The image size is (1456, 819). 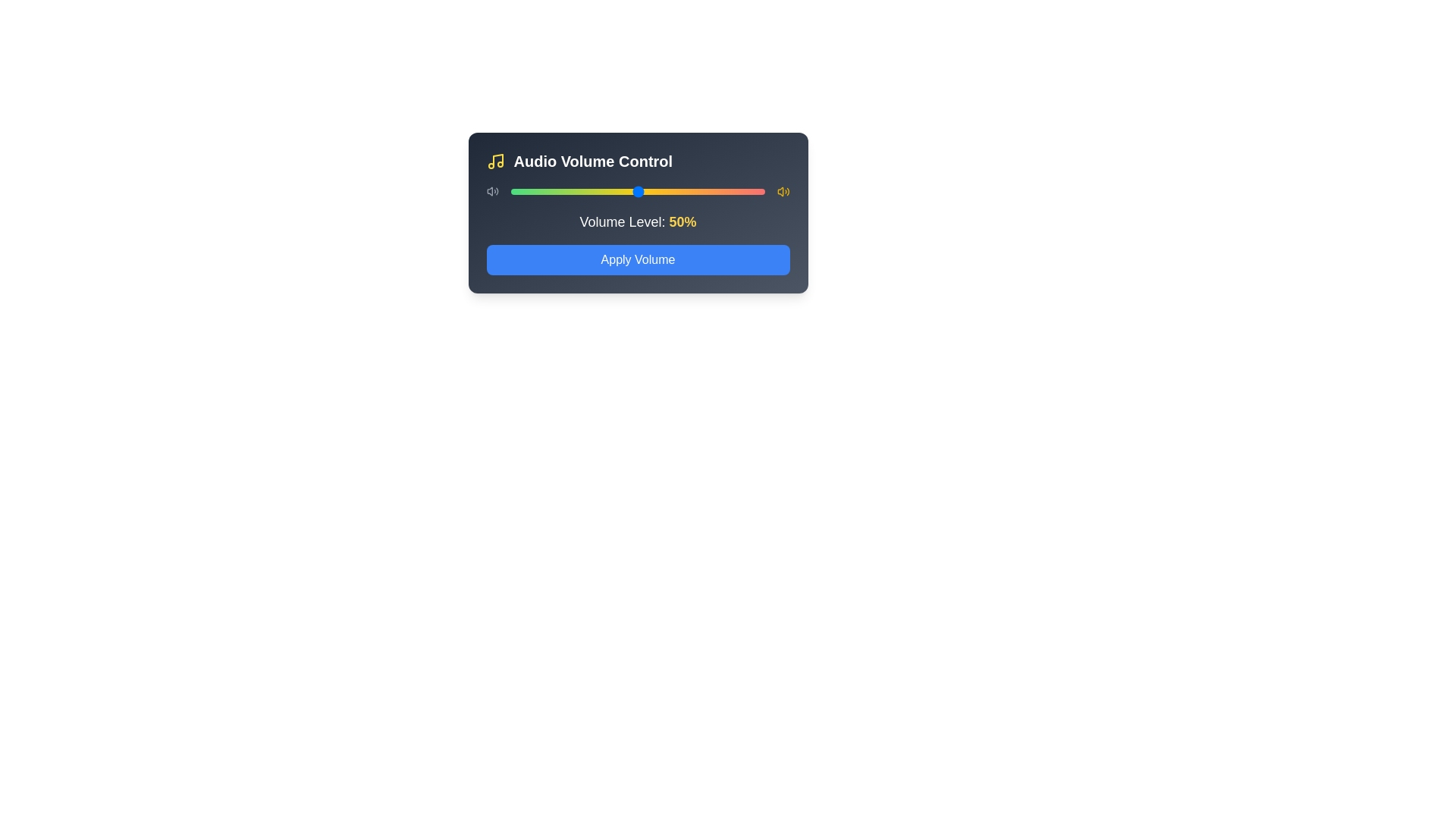 I want to click on the volume slider to set the volume to 38%, so click(x=607, y=191).